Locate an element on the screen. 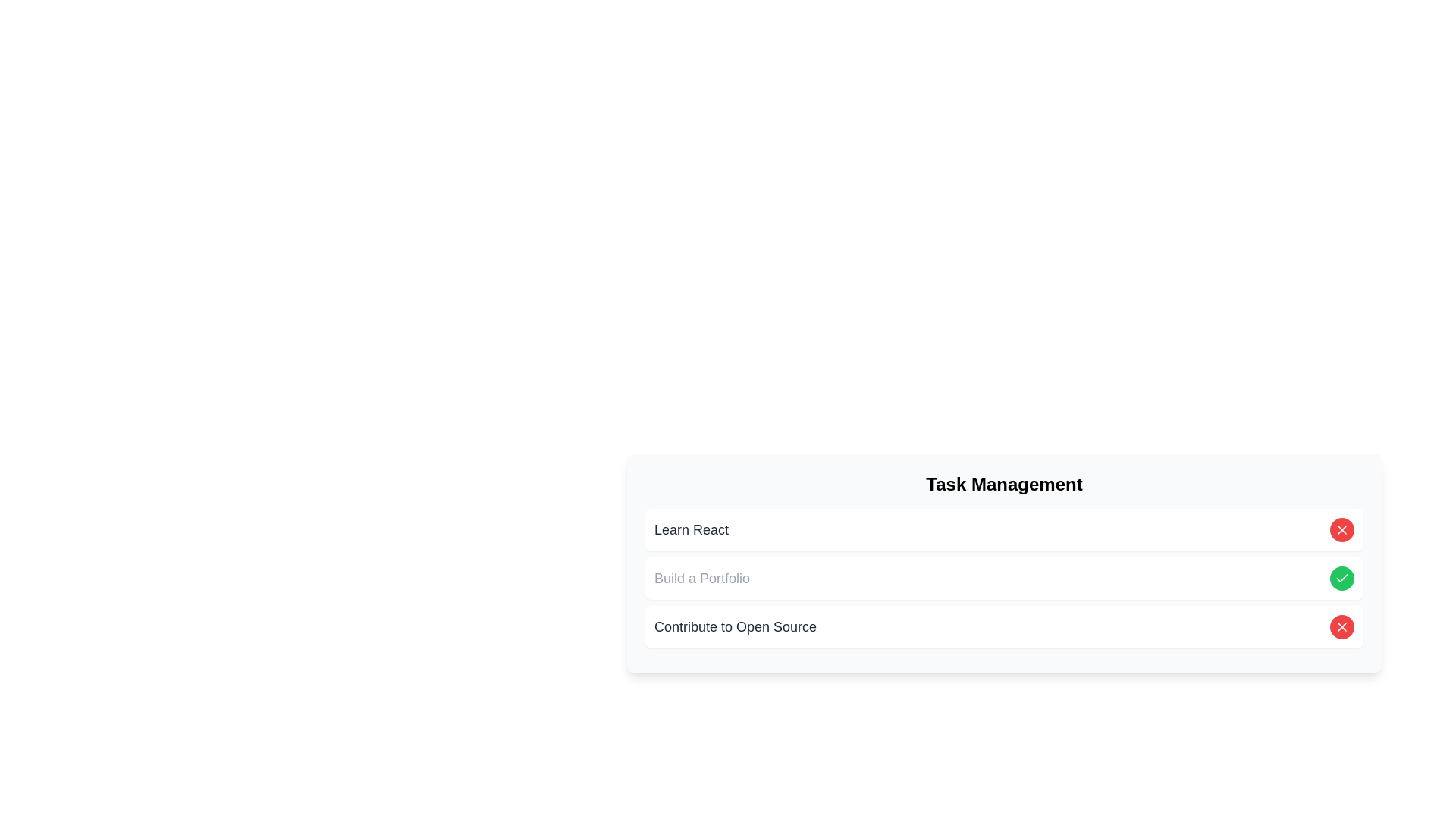 The image size is (1456, 819). the completion indicator icon for the 'Build a Portfolio' task, located in the rightmost position of the second row within the task list is located at coordinates (1342, 579).